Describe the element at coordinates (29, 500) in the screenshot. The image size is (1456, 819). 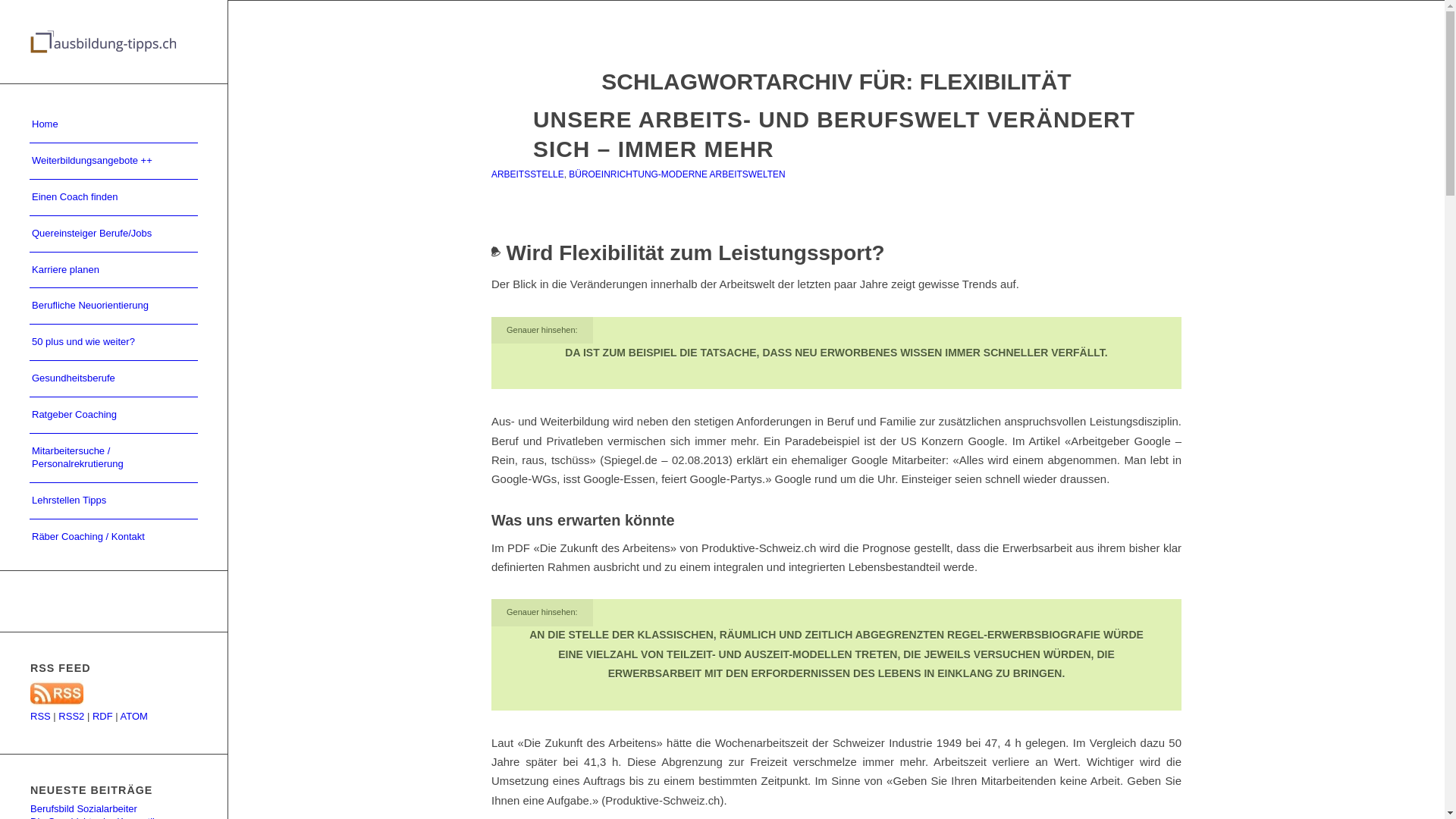
I see `'Lehrstellen Tipps'` at that location.